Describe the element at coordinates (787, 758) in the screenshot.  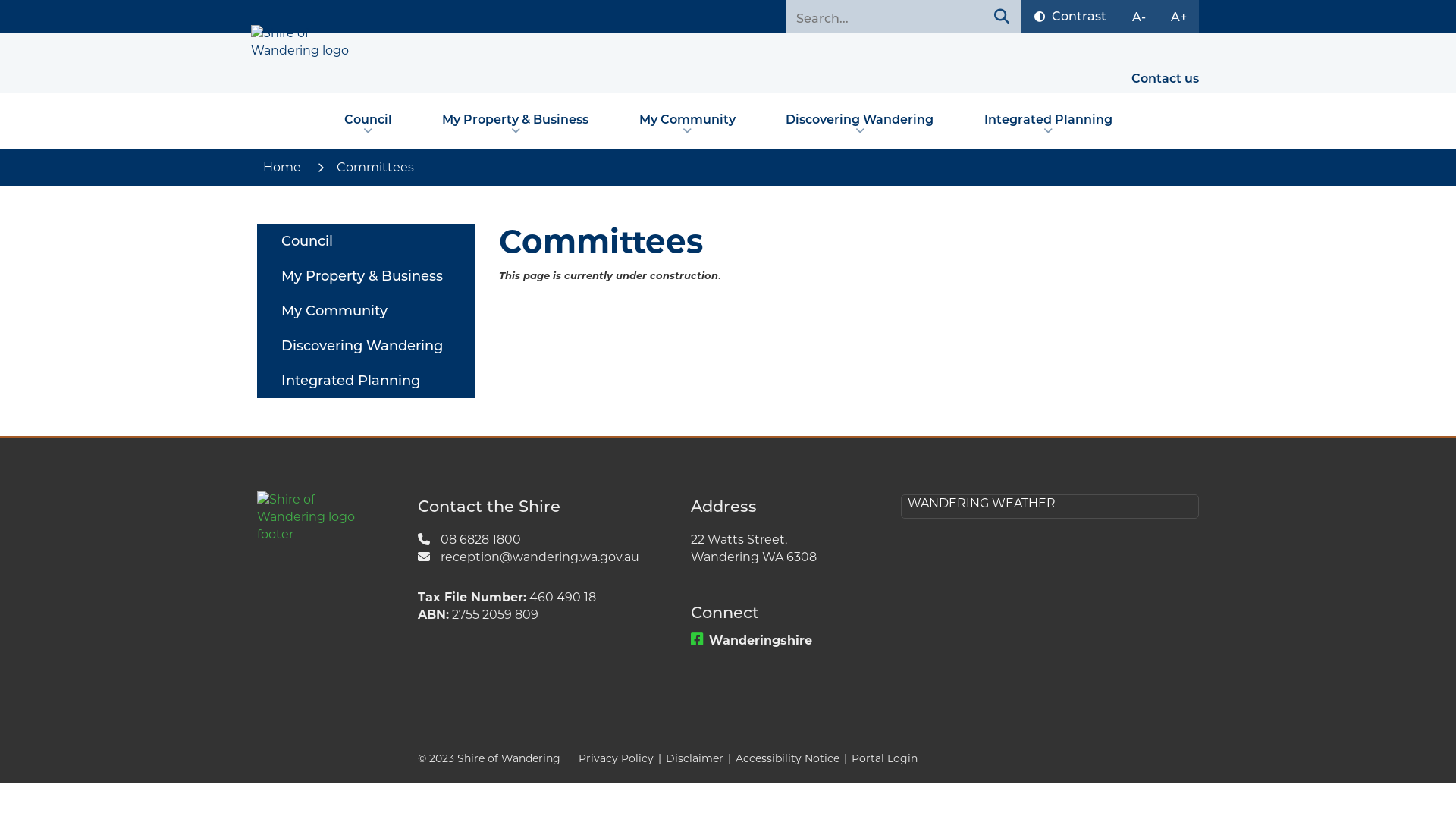
I see `'Accessibility Notice'` at that location.